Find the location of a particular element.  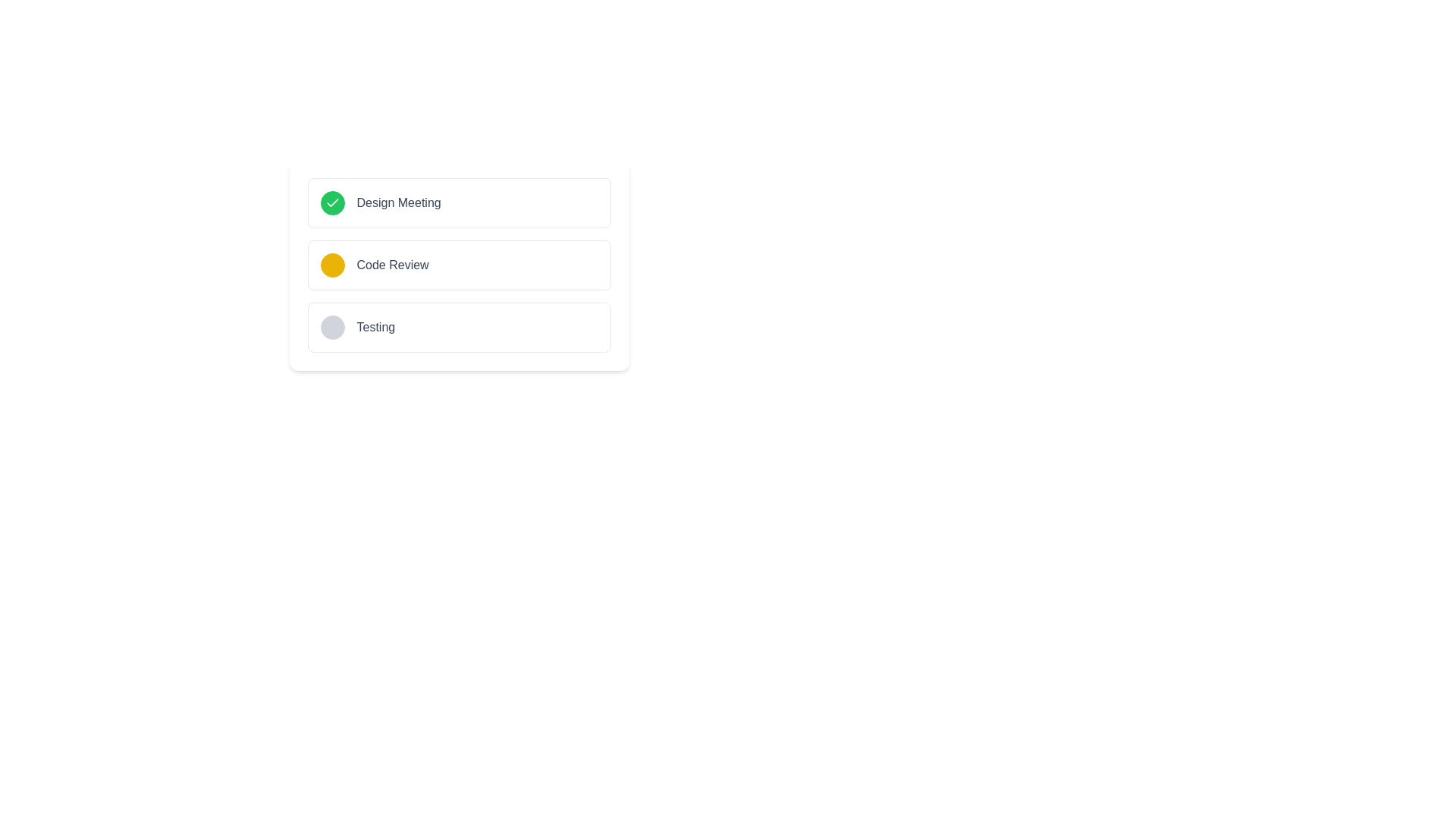

the selectable card labeled 'Testing' at the bottom of the list is located at coordinates (458, 327).